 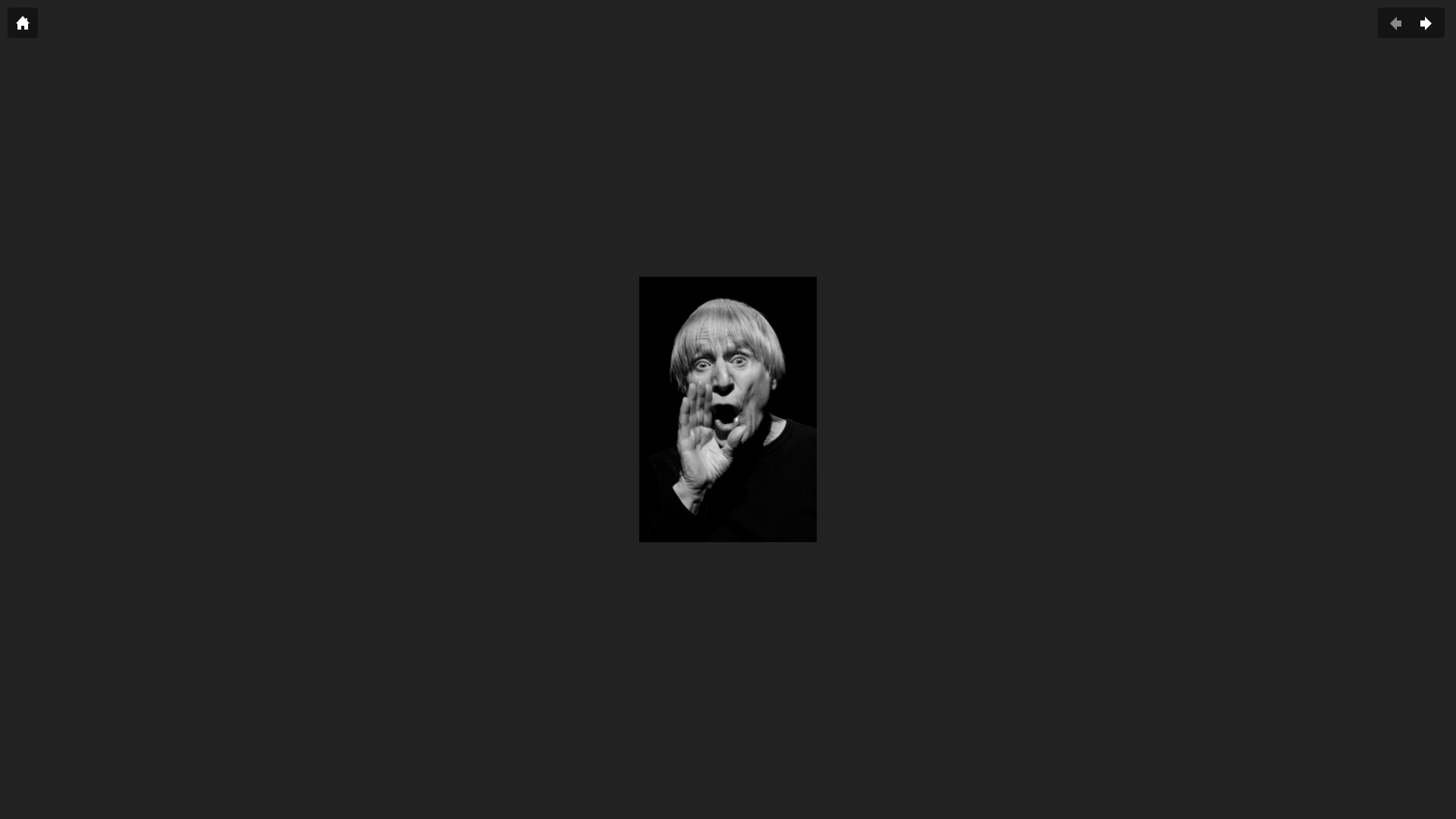 I want to click on 'Previous Image', so click(x=1395, y=23).